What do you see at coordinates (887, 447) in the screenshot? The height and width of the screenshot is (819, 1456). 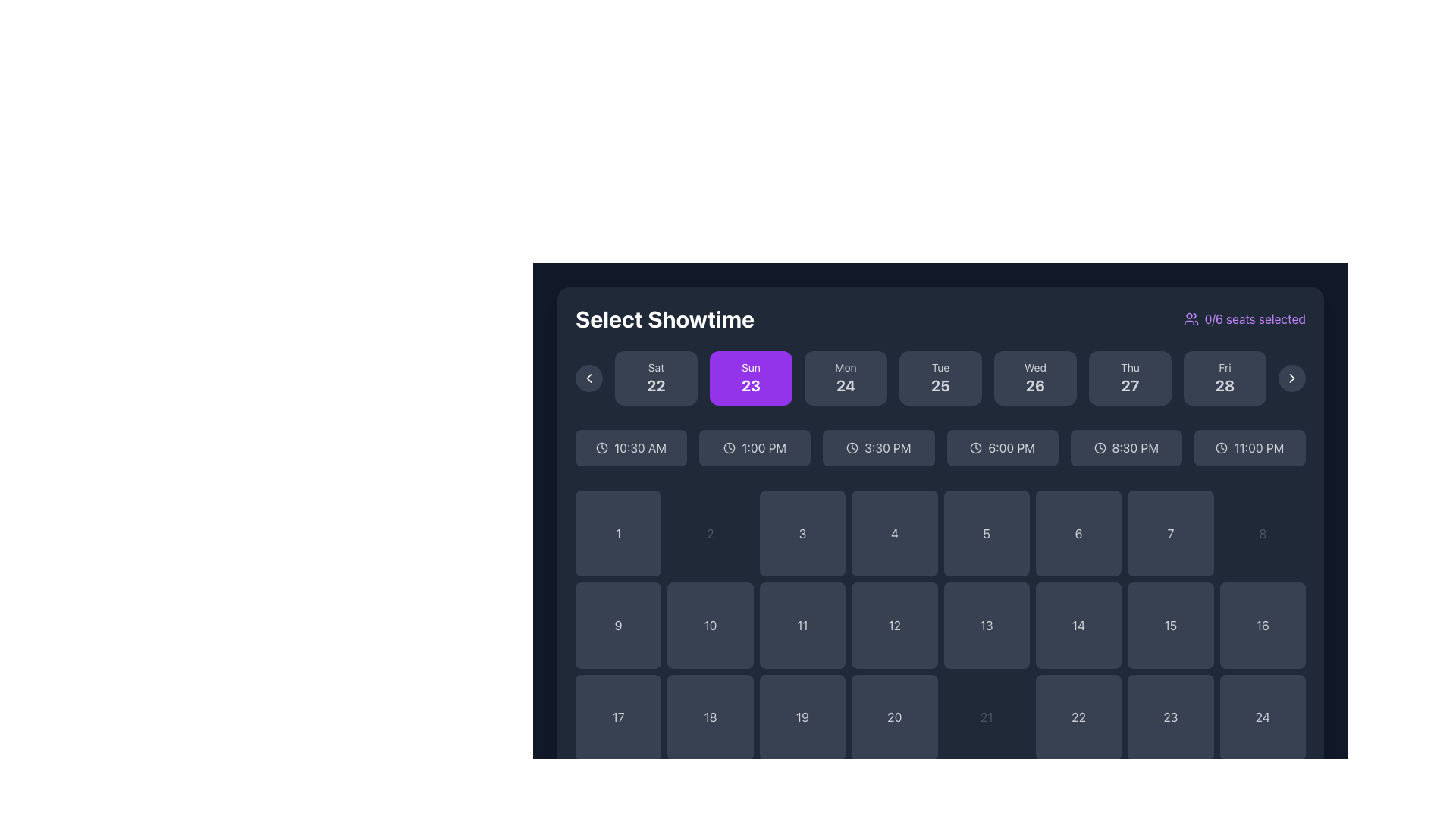 I see `the text element displaying '3:30 PM' in a button` at bounding box center [887, 447].